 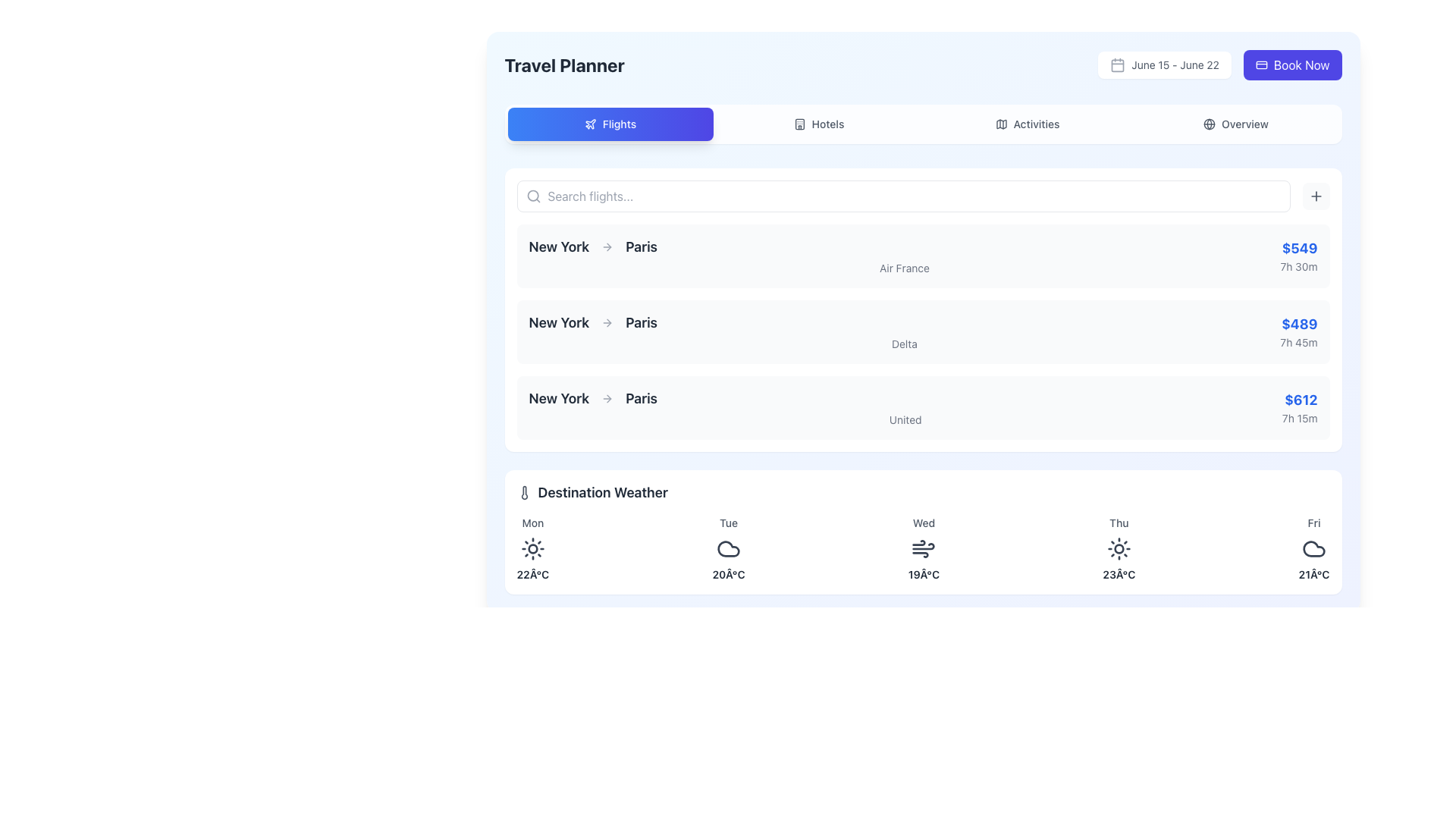 What do you see at coordinates (642, 246) in the screenshot?
I see `the text label displaying 'Paris' in bold and dark gray font, which signifies a destination in the flight route layout` at bounding box center [642, 246].